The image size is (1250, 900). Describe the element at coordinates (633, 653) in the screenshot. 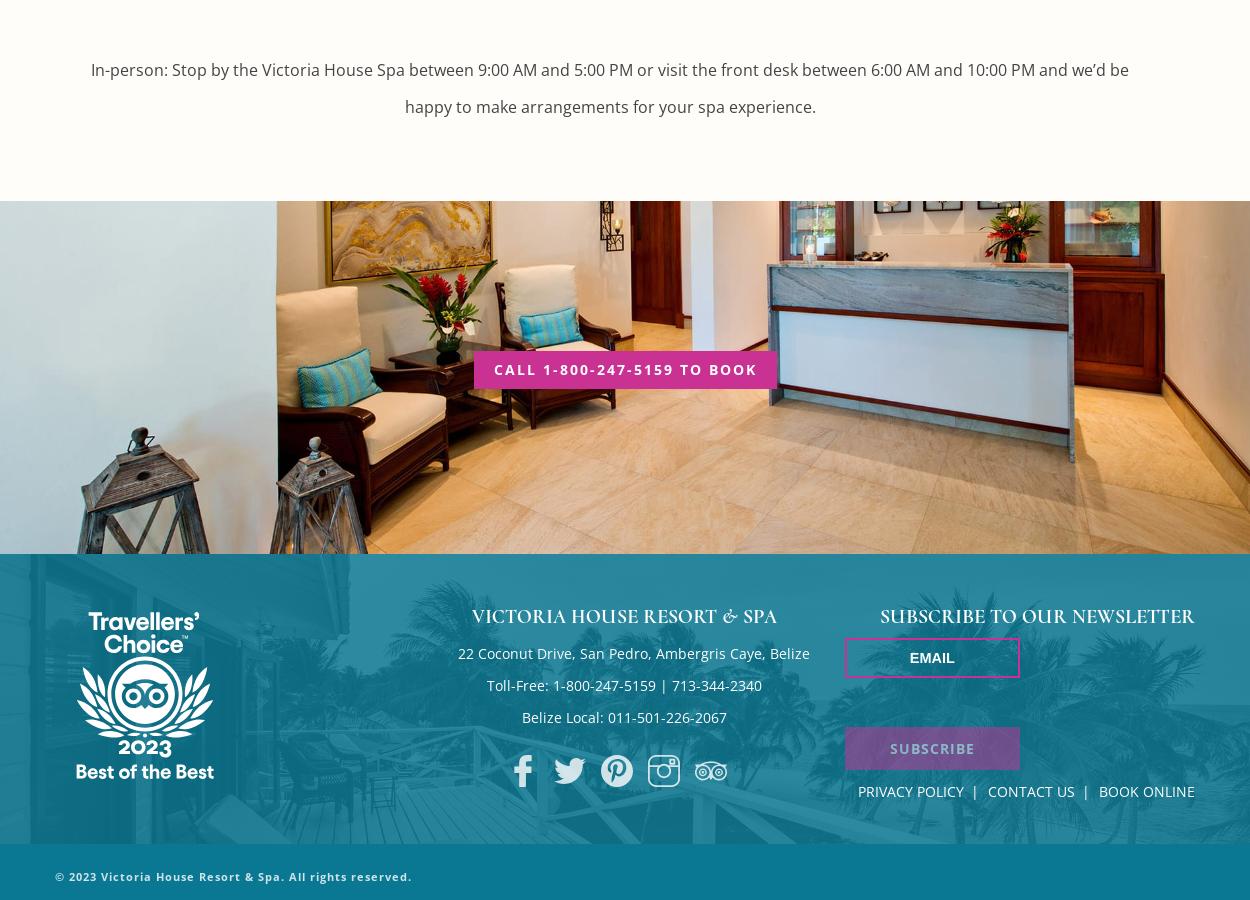

I see `'22 Coconut Drive, San Pedro, Ambergris Caye, Belize'` at that location.